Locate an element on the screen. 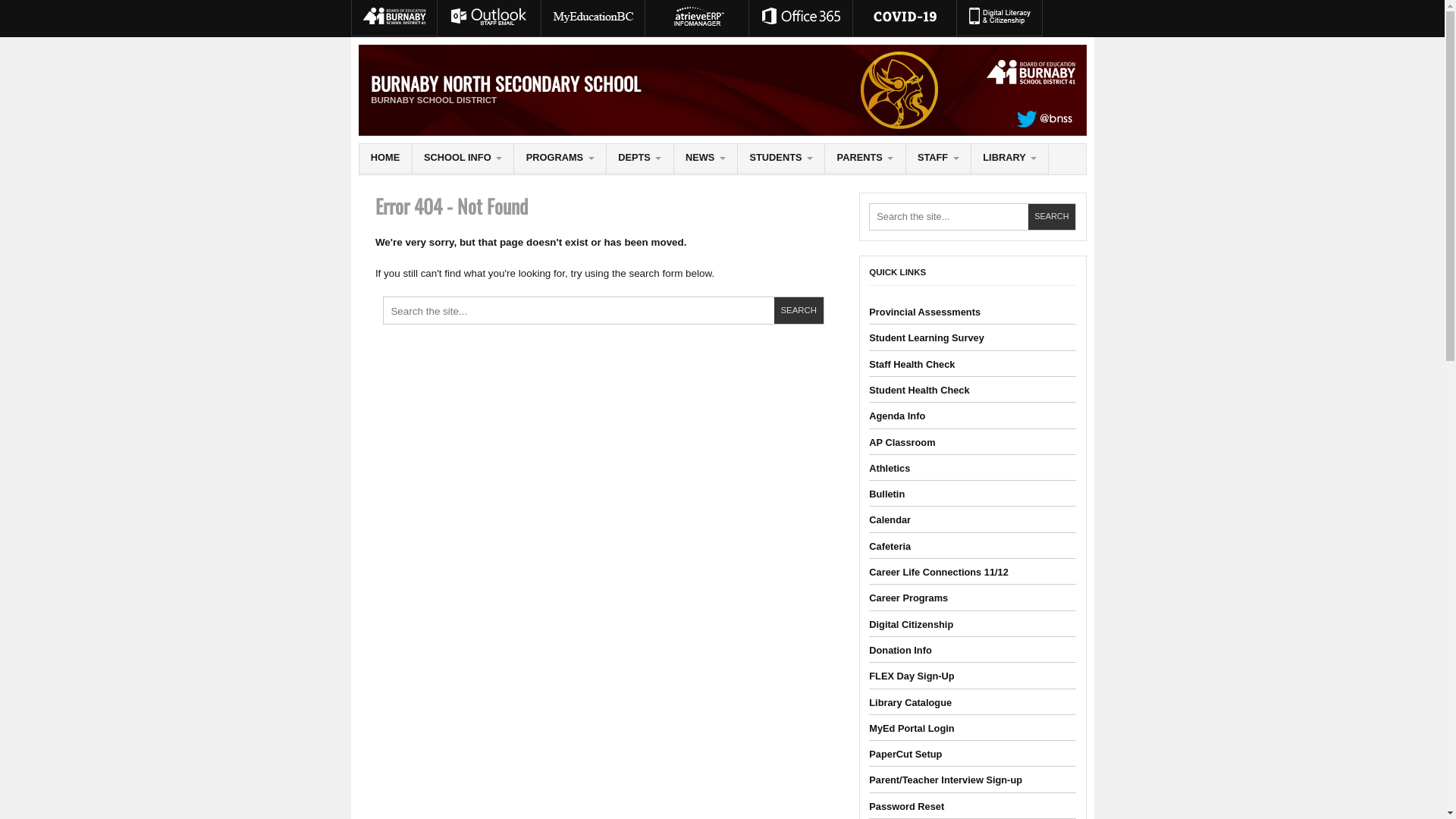 The width and height of the screenshot is (1456, 819). 'Bulletin' is located at coordinates (886, 494).